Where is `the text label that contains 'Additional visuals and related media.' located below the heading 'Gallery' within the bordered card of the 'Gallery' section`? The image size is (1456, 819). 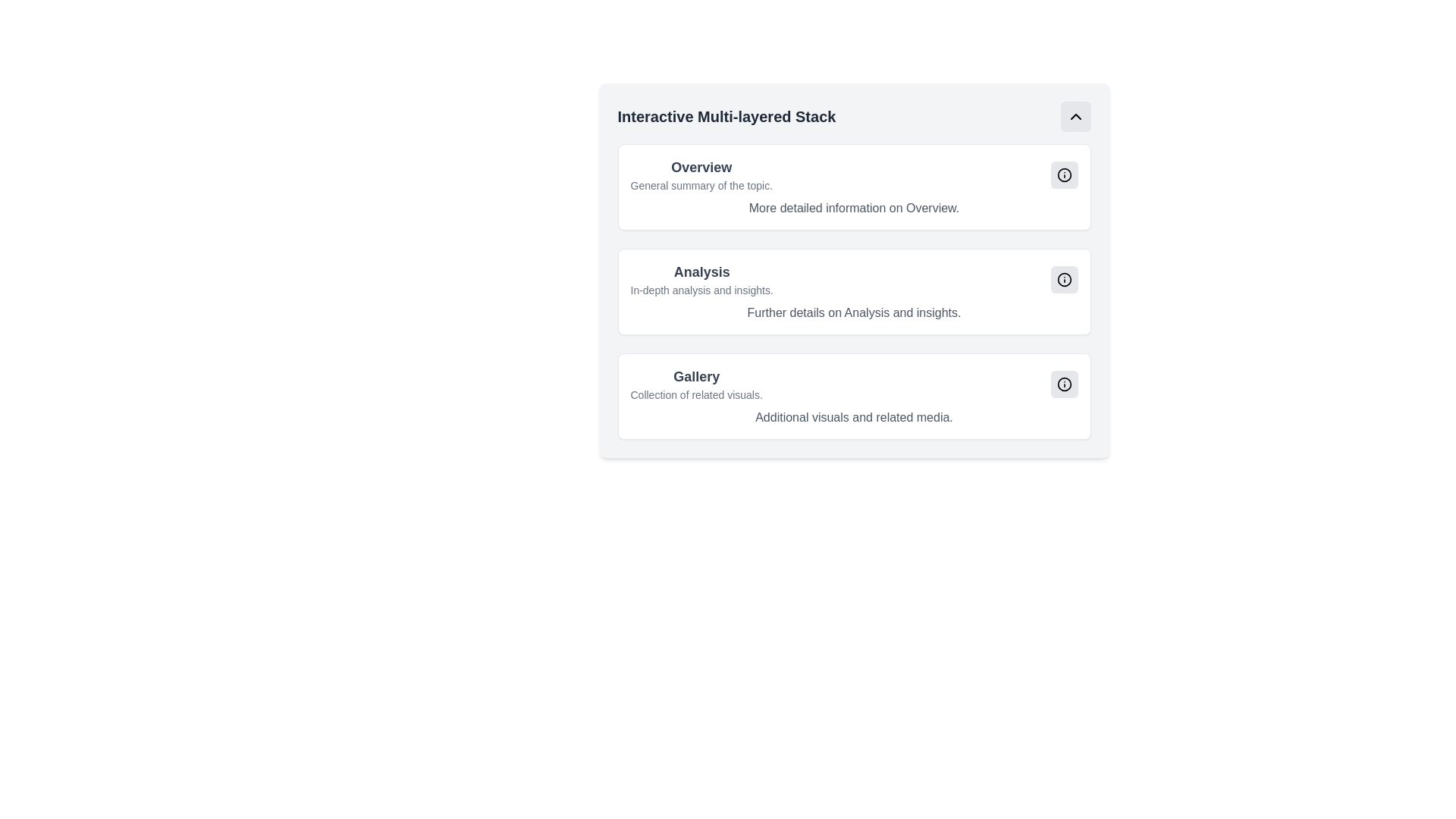 the text label that contains 'Additional visuals and related media.' located below the heading 'Gallery' within the bordered card of the 'Gallery' section is located at coordinates (854, 418).